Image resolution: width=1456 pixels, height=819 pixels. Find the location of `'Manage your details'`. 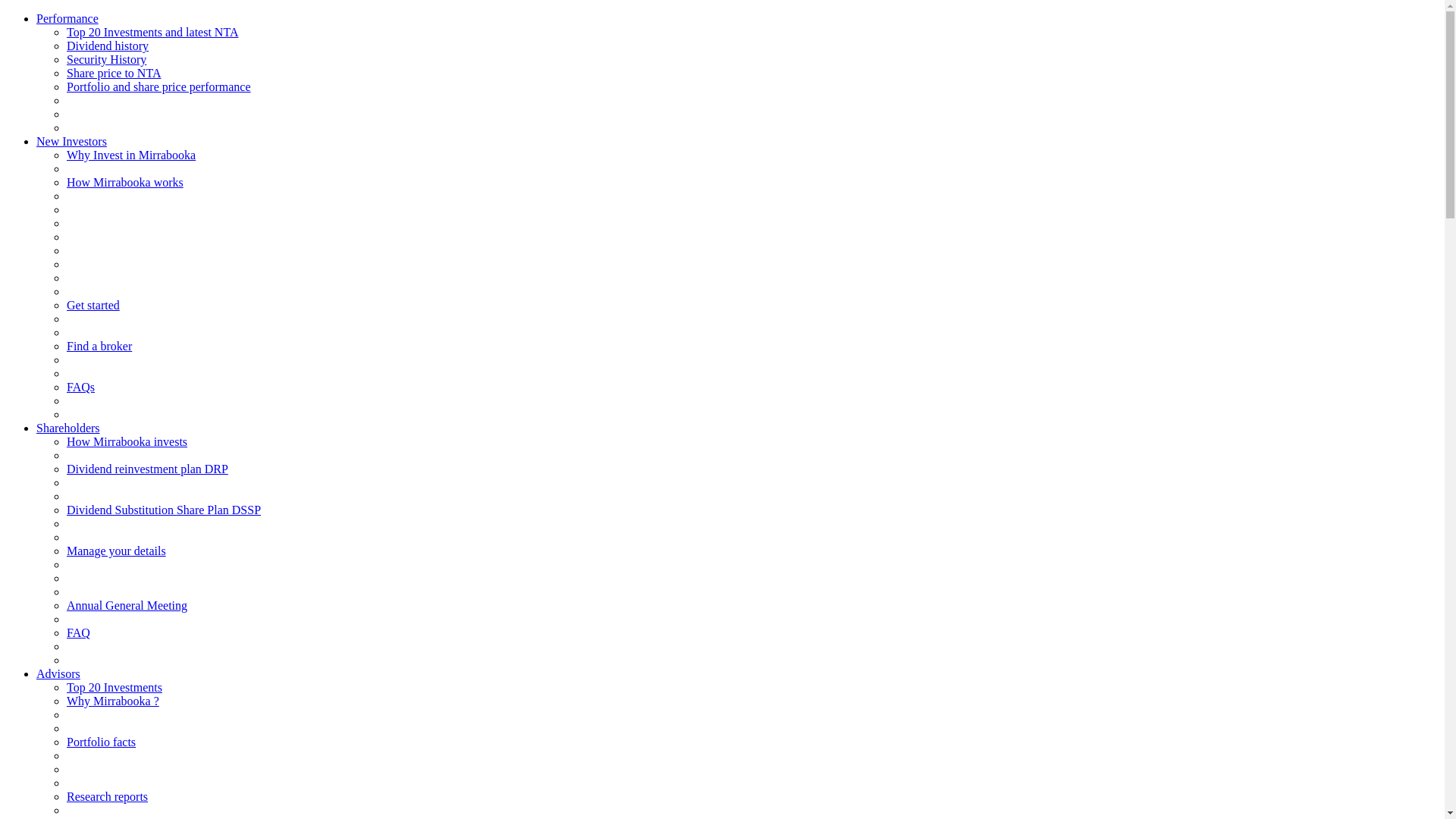

'Manage your details' is located at coordinates (115, 551).